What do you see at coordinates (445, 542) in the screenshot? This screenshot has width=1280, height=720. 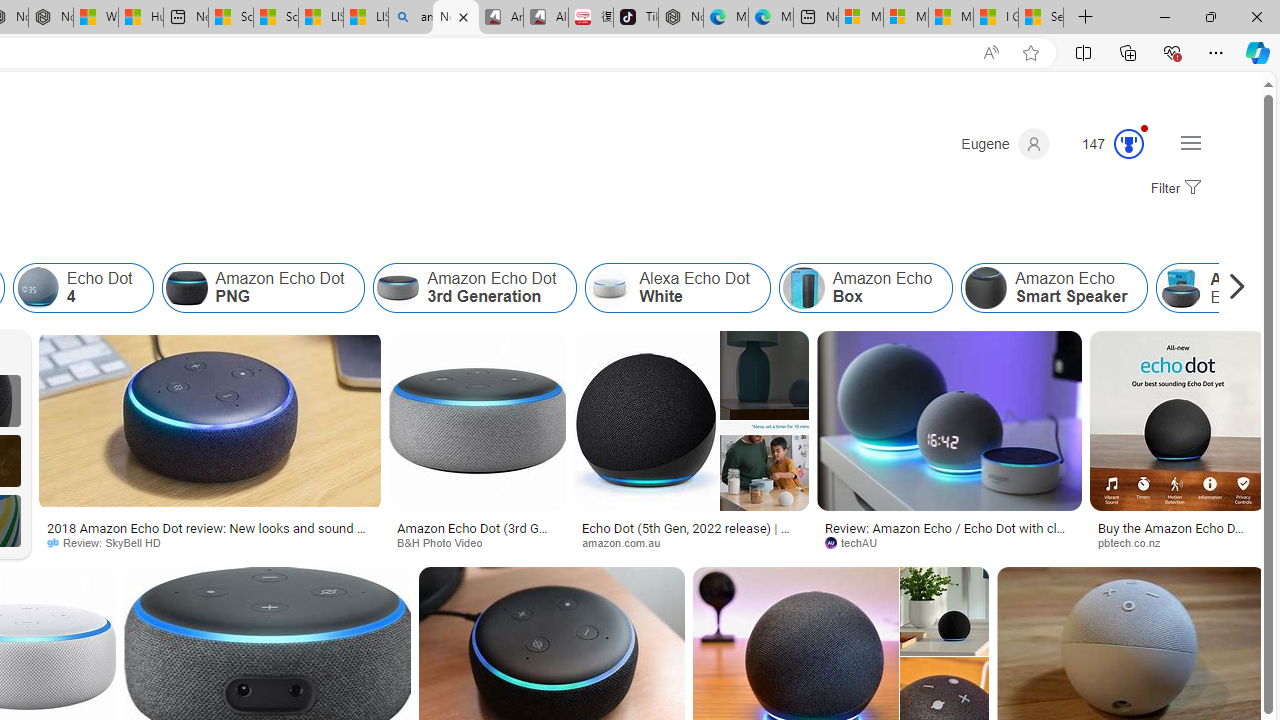 I see `'B&H Photo Video'` at bounding box center [445, 542].